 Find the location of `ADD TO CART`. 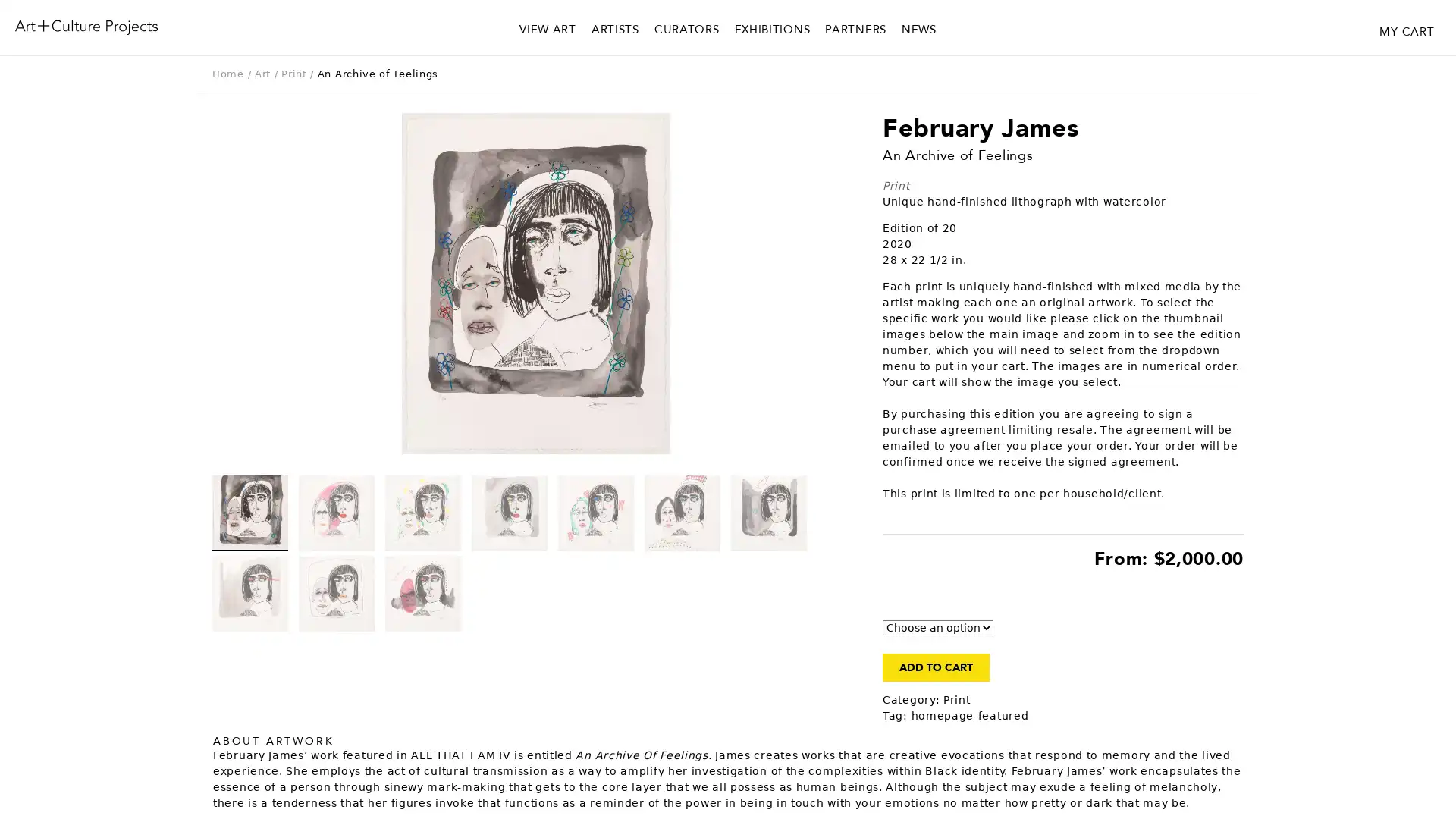

ADD TO CART is located at coordinates (935, 667).